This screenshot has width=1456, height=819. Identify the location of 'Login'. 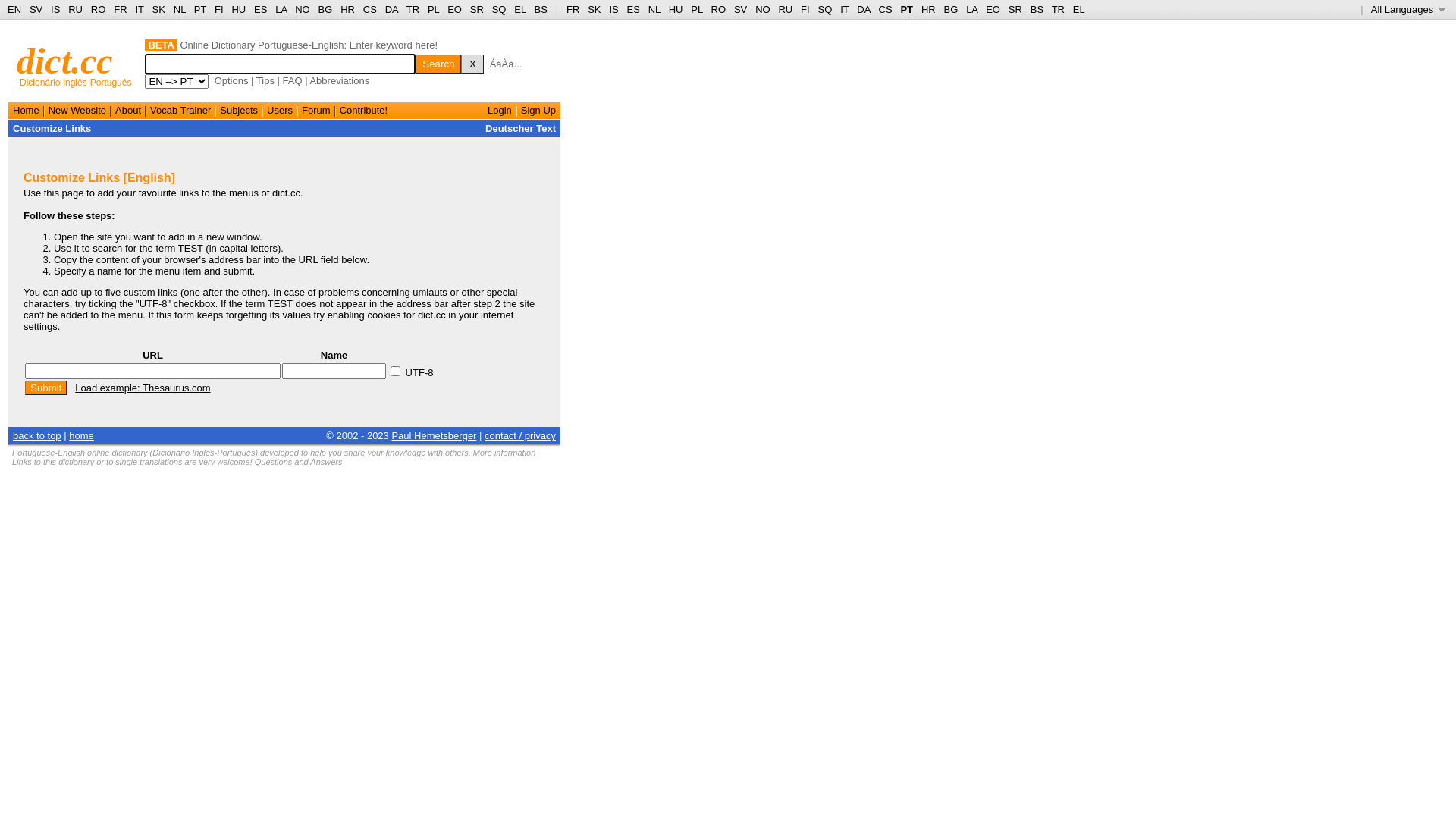
(499, 109).